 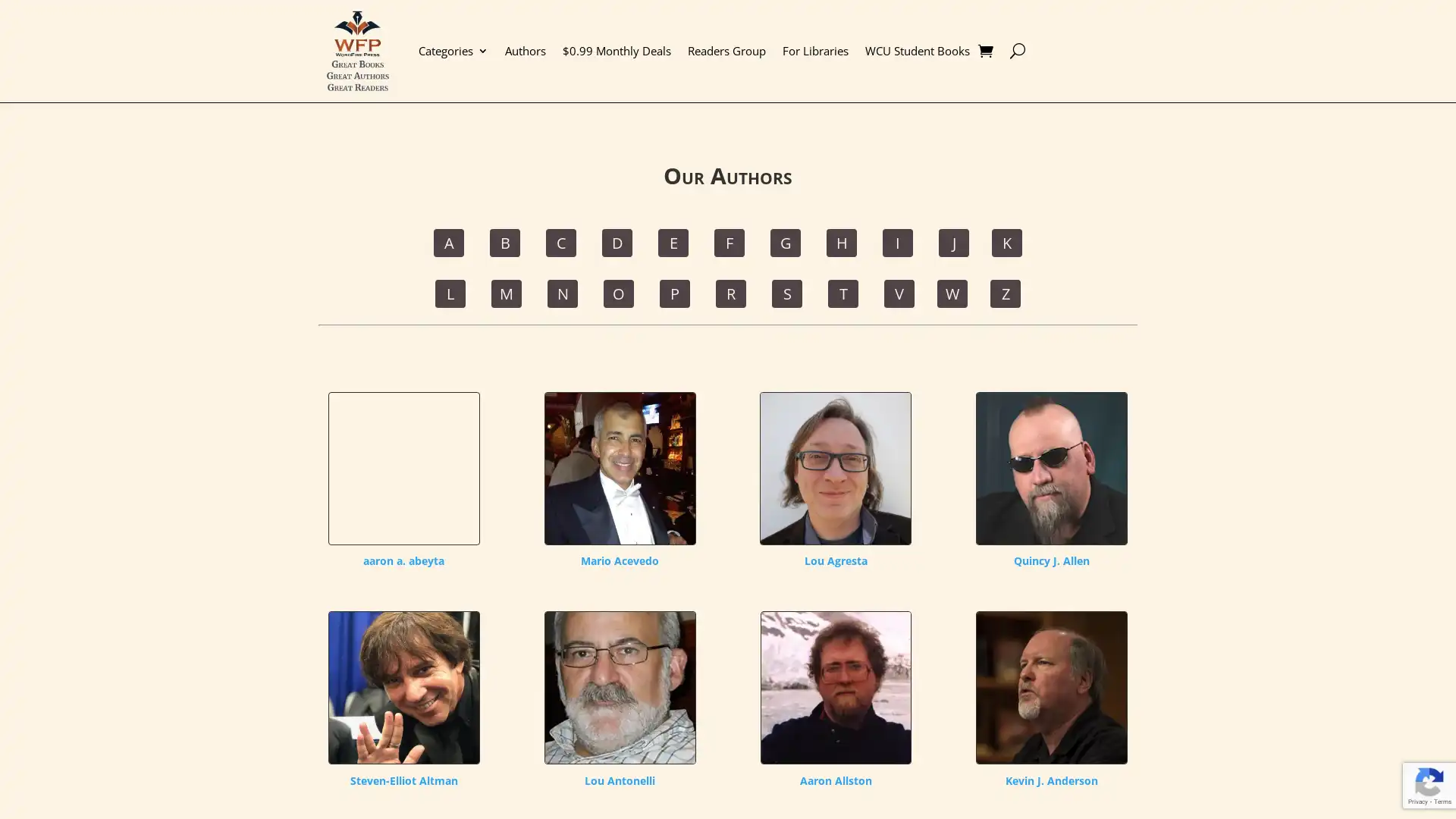 I want to click on E, so click(x=673, y=241).